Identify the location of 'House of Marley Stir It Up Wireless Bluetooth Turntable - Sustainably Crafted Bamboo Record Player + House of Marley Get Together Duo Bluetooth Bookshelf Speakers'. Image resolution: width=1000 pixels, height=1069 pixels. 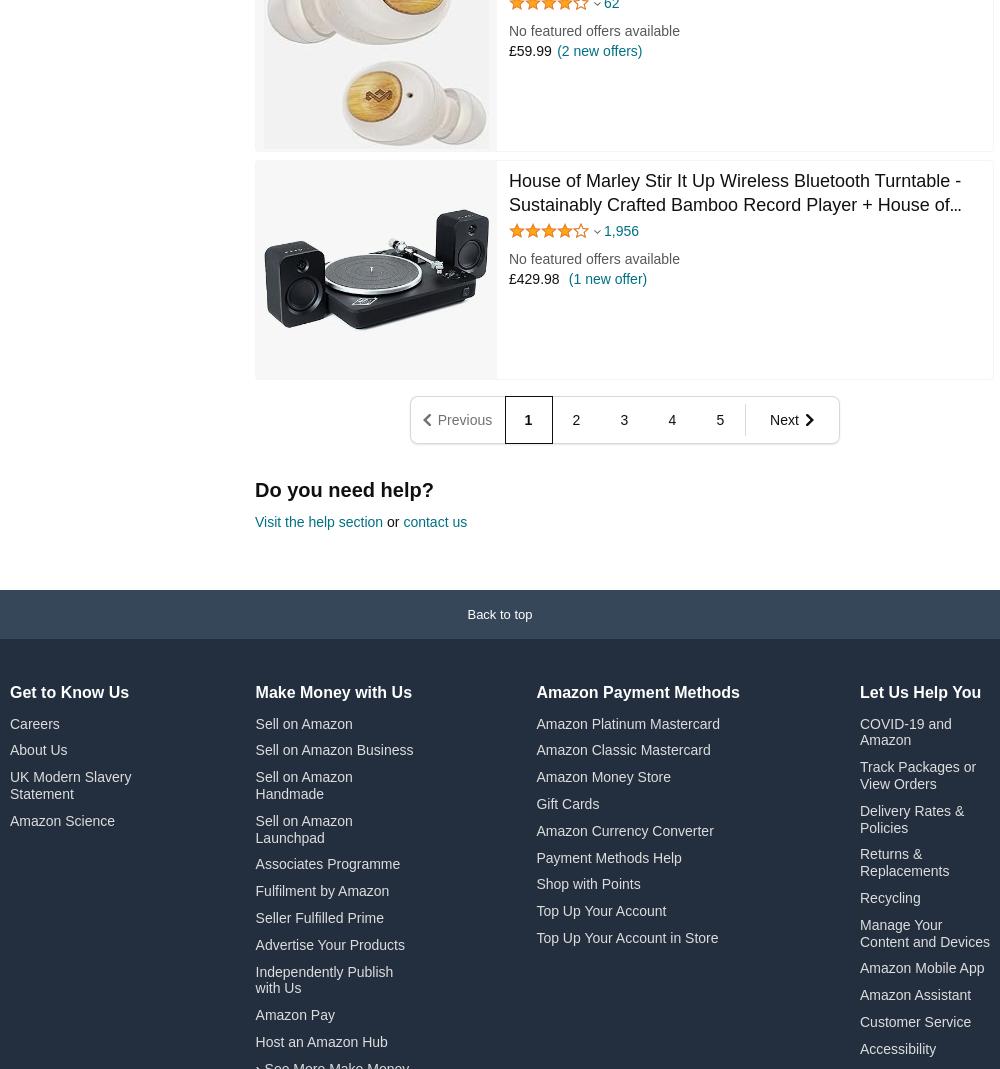
(734, 203).